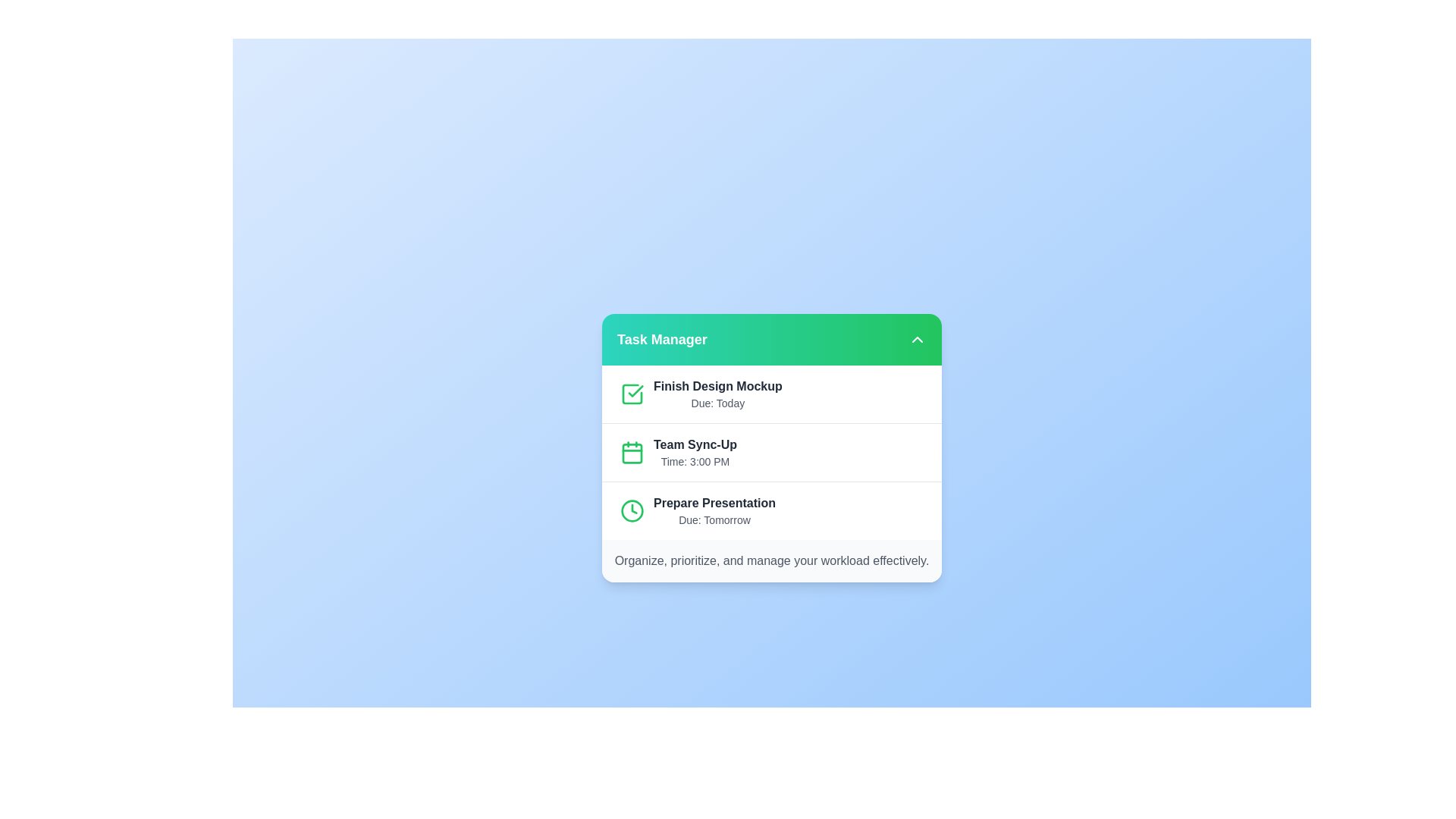 This screenshot has width=1456, height=819. I want to click on the task item 'Finish Design Mockup' by clicking on it, so click(717, 385).